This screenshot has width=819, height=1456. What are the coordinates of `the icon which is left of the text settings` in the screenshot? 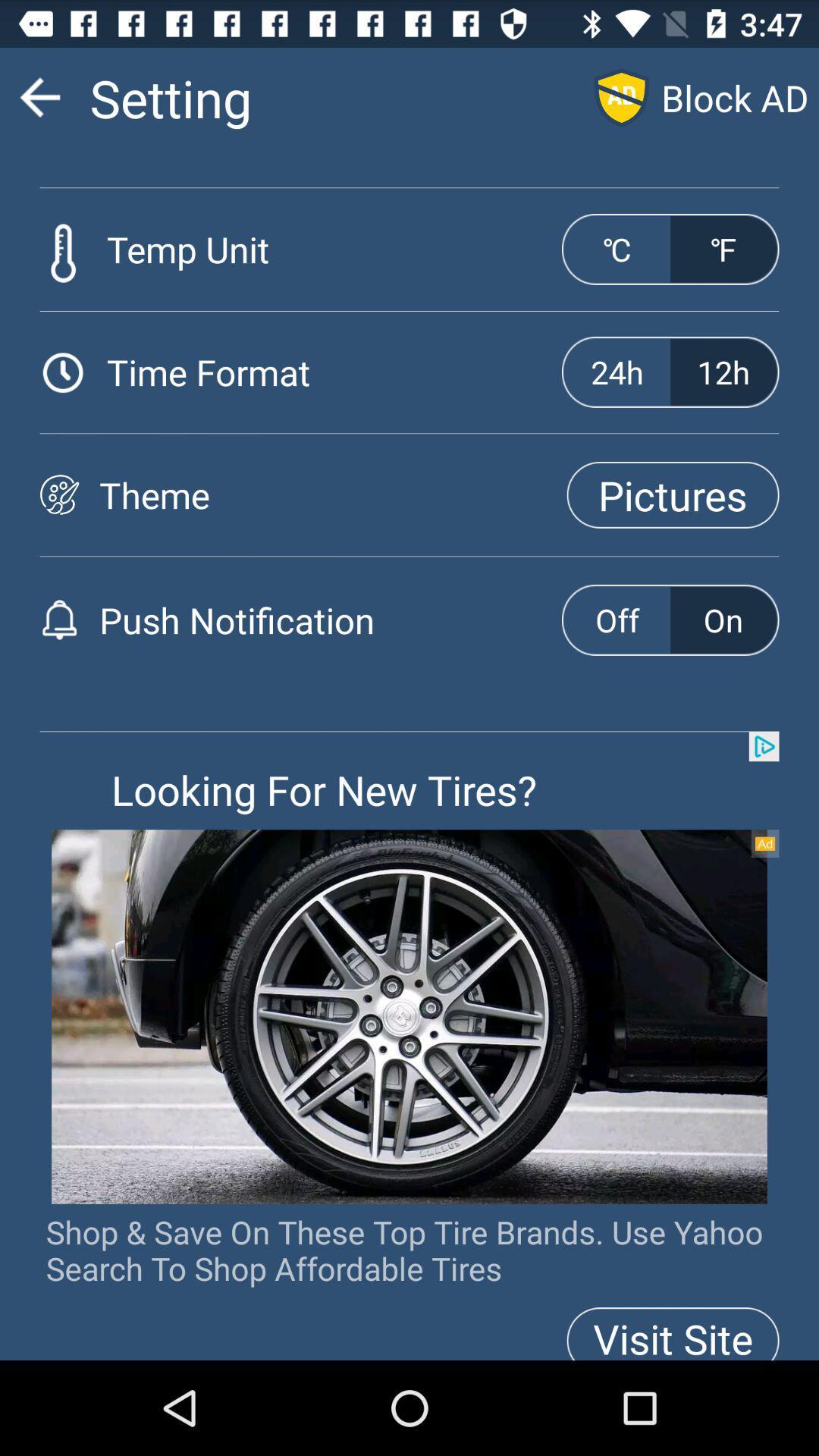 It's located at (39, 96).